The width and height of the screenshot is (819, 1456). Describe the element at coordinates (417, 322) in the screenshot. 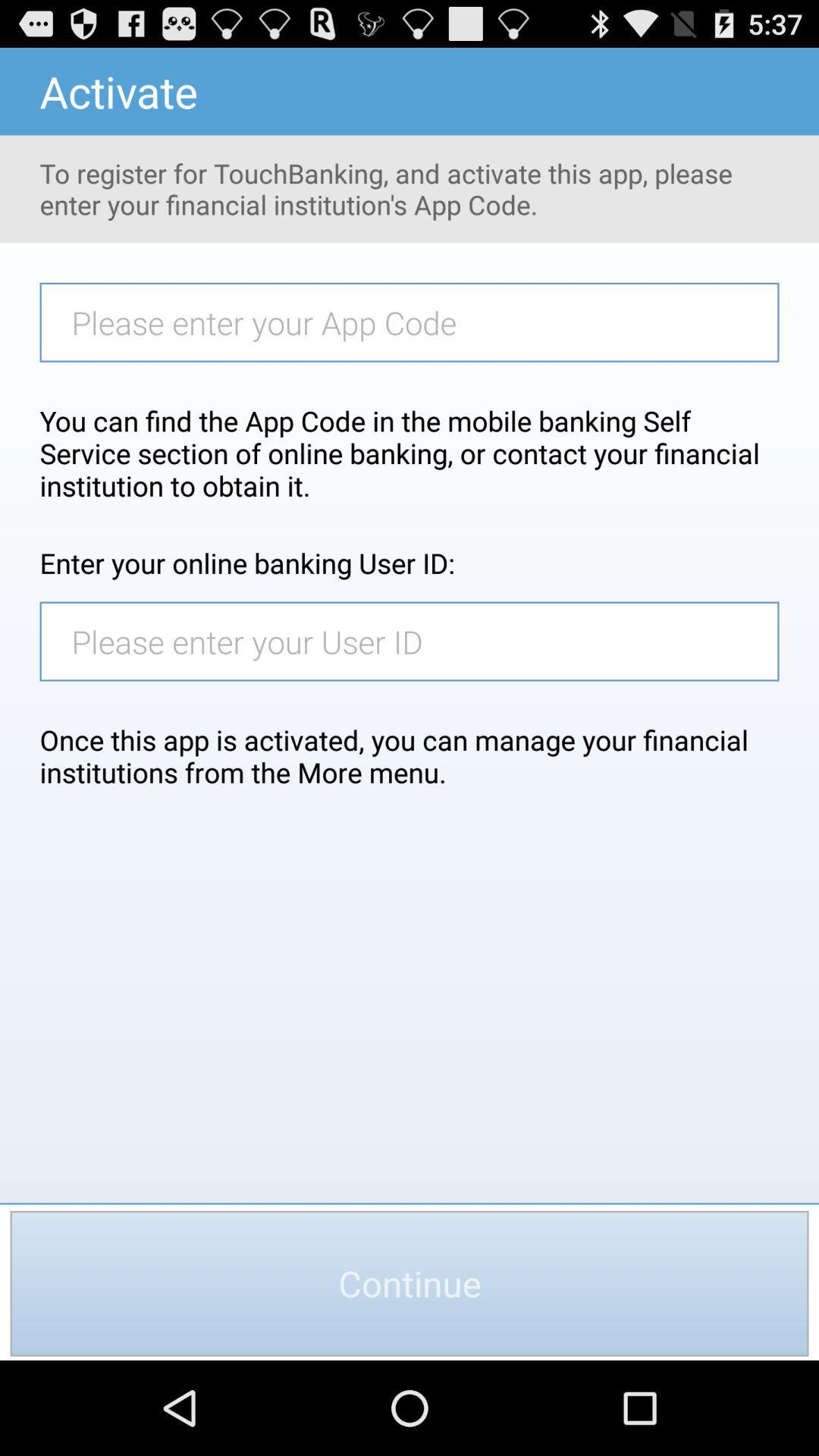

I see `app code` at that location.